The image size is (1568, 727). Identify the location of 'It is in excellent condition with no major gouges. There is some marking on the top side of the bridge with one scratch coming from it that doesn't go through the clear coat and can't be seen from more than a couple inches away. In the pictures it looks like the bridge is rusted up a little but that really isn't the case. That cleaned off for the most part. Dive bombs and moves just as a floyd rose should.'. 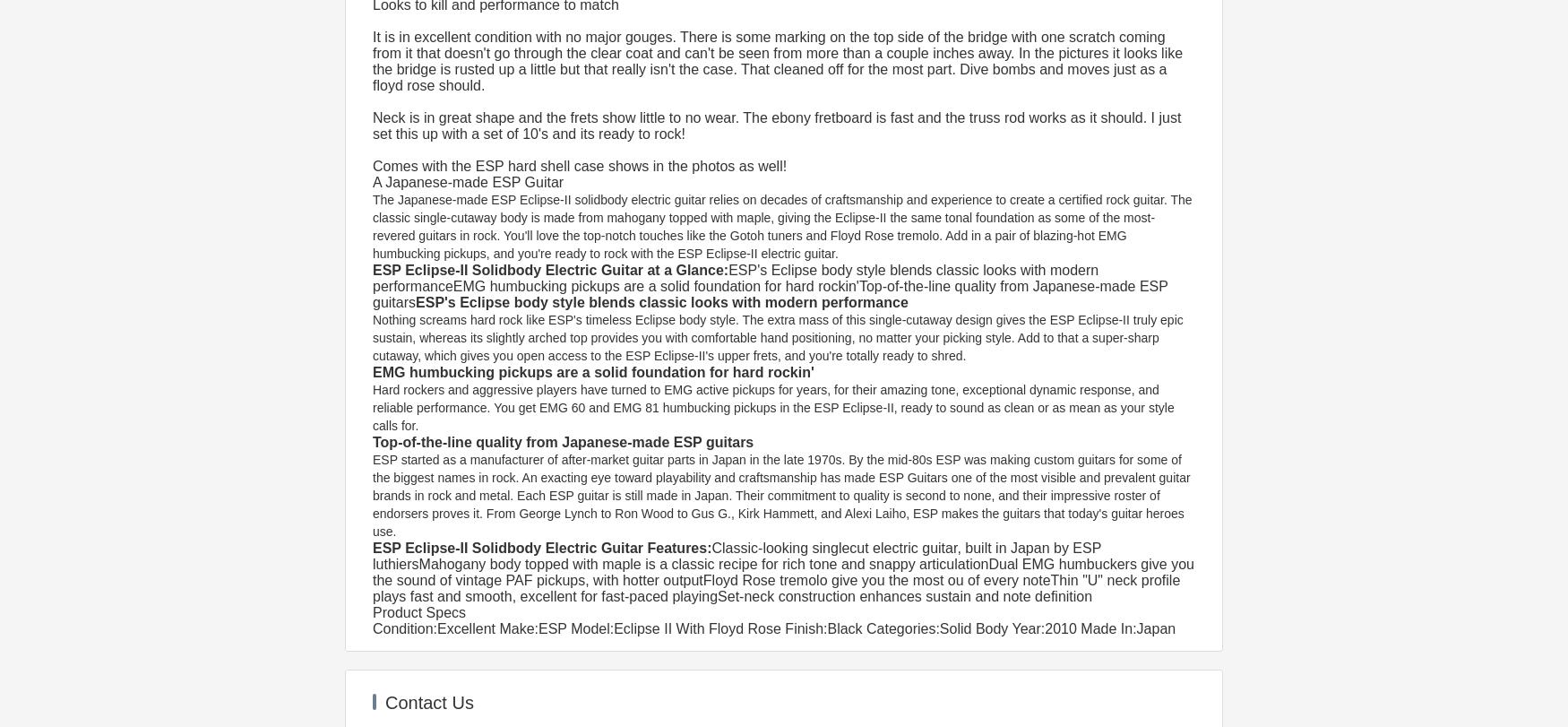
(778, 61).